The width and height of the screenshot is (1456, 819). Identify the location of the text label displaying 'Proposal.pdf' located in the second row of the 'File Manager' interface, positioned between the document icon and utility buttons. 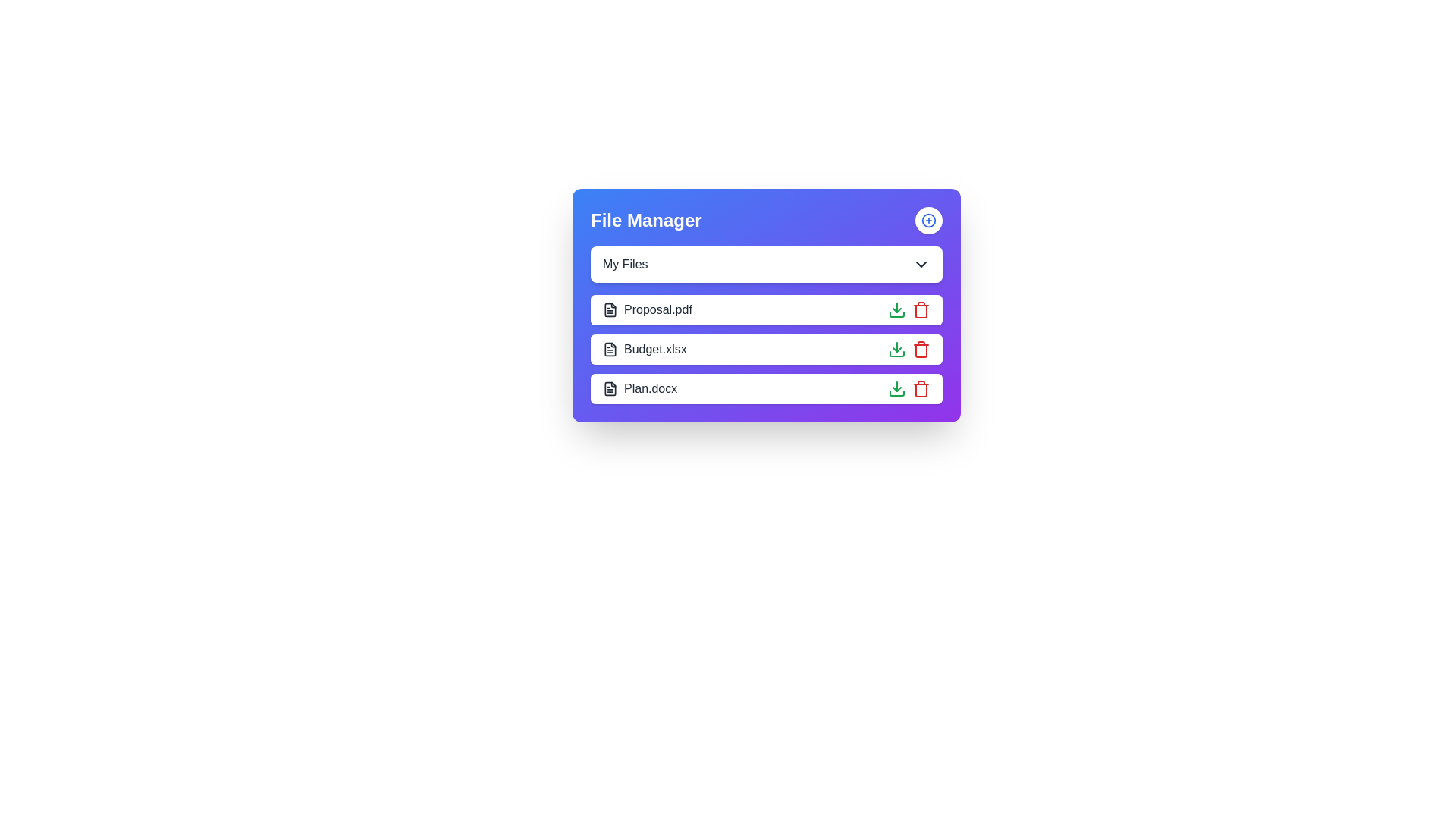
(647, 309).